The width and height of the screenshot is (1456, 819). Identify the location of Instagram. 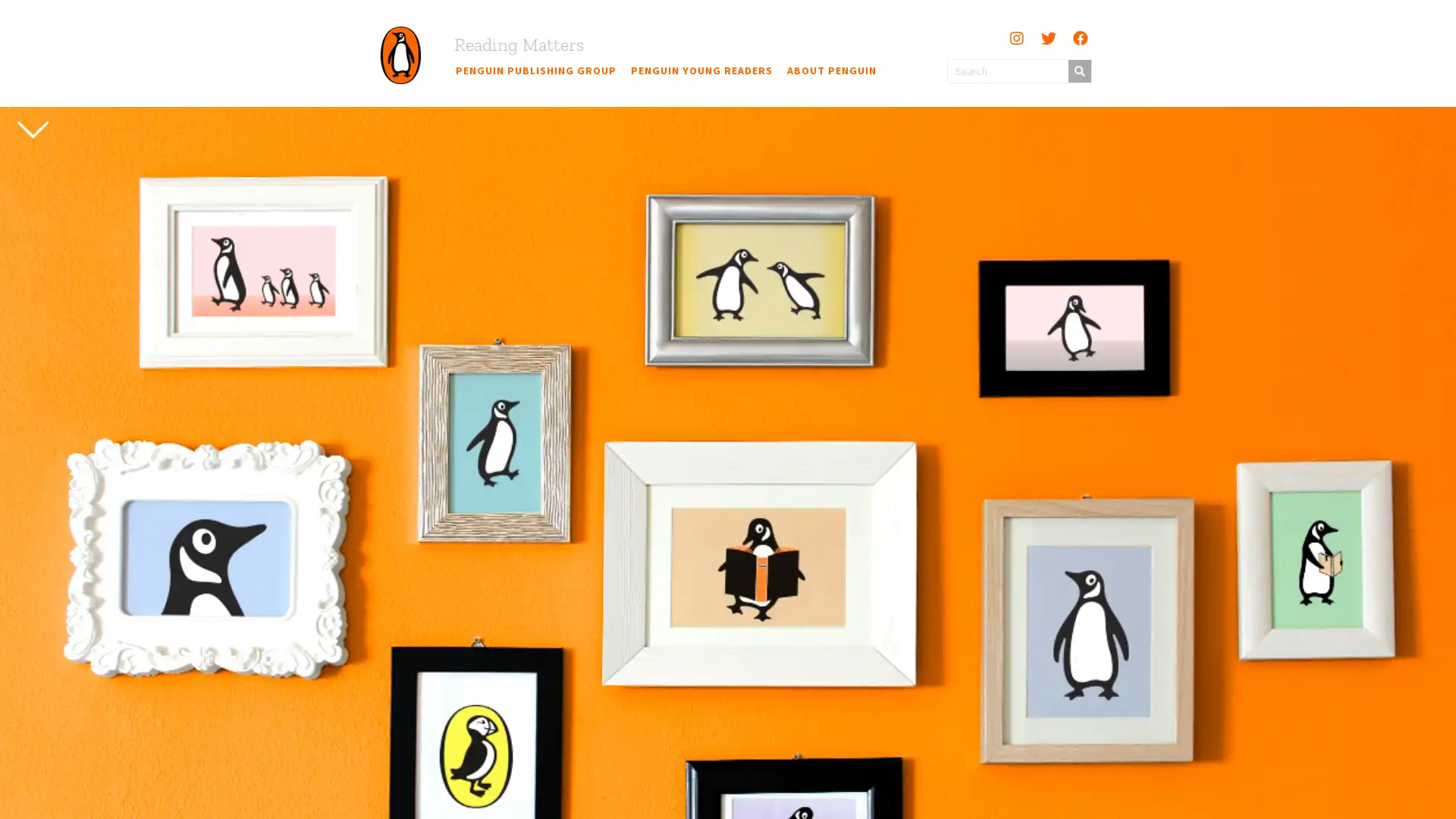
(1015, 37).